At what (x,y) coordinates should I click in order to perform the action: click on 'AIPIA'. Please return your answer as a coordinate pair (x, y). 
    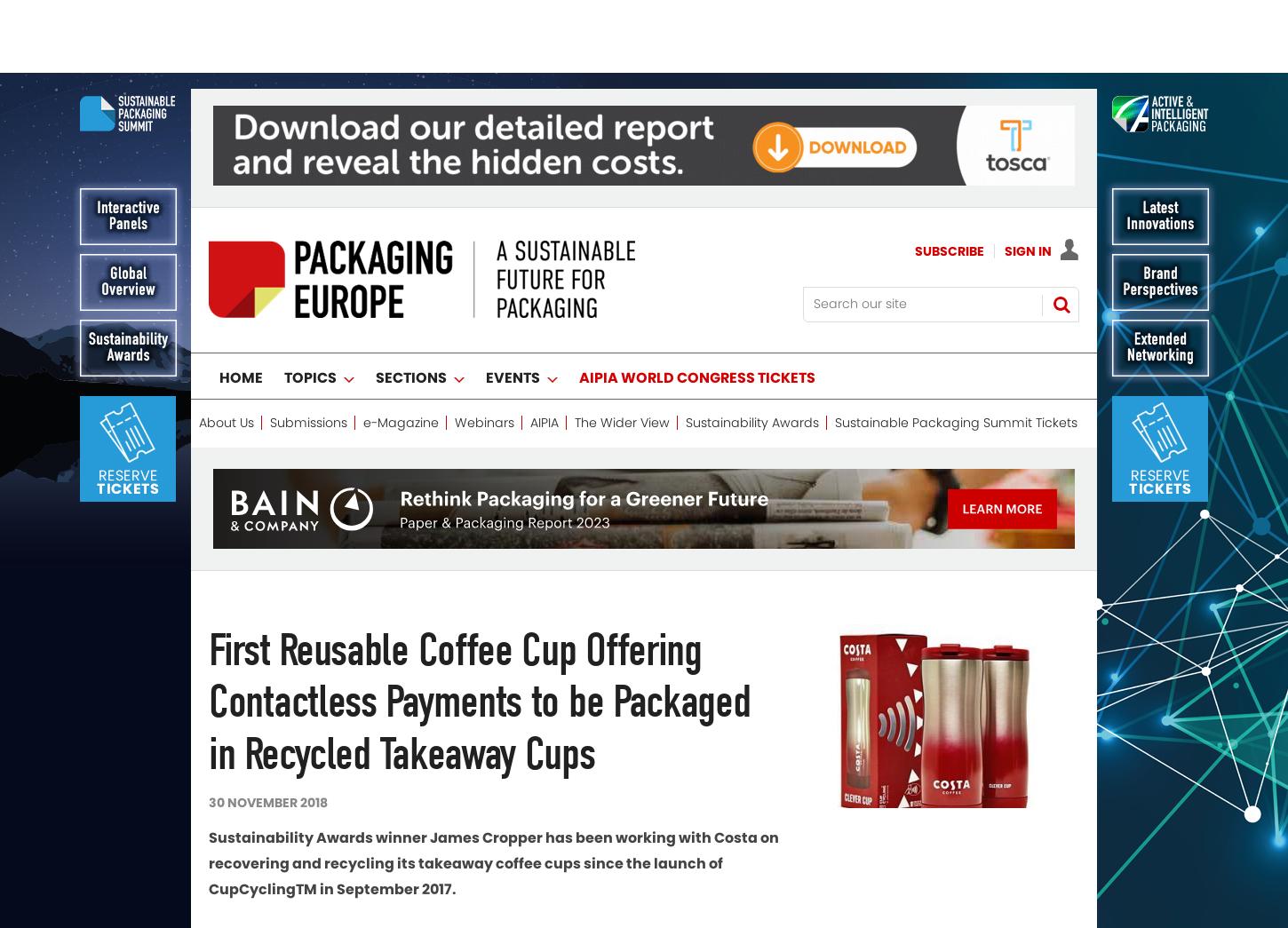
    Looking at the image, I should click on (544, 348).